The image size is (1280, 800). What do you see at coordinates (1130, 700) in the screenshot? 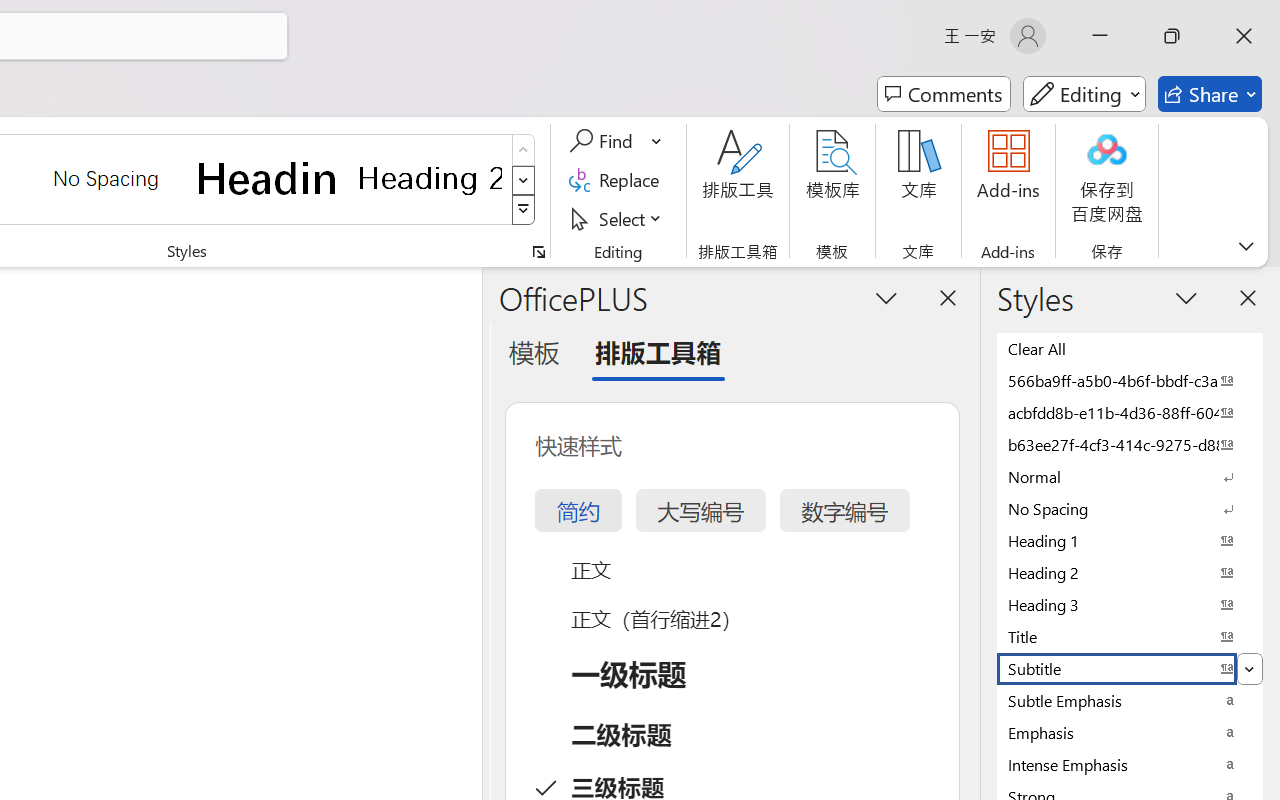
I see `'Subtle Emphasis'` at bounding box center [1130, 700].